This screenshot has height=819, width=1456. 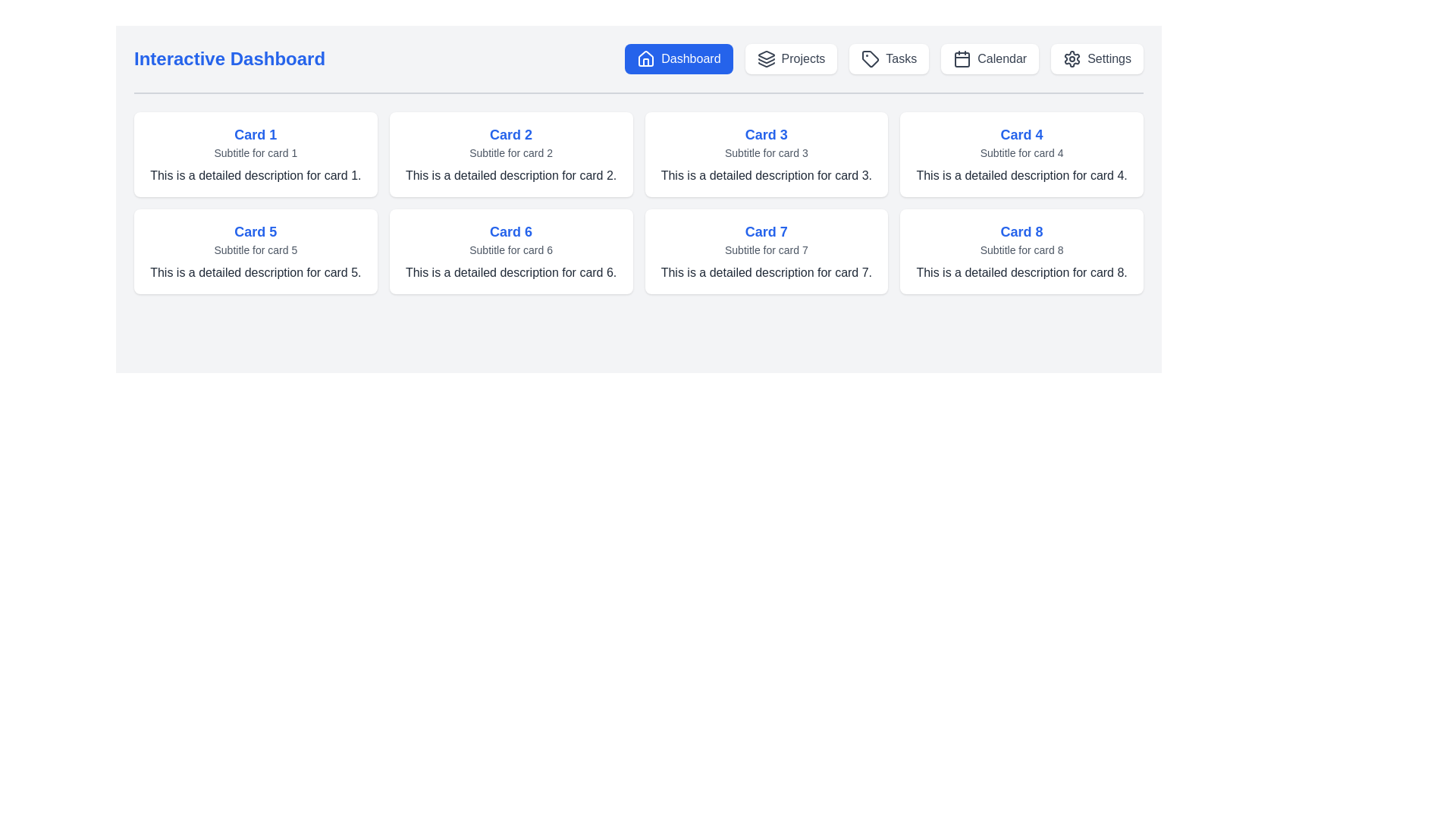 What do you see at coordinates (790, 58) in the screenshot?
I see `the 'Projects' navigation button located in the second position of the horizontal menu bar at the top of the interface to trigger its hover state` at bounding box center [790, 58].